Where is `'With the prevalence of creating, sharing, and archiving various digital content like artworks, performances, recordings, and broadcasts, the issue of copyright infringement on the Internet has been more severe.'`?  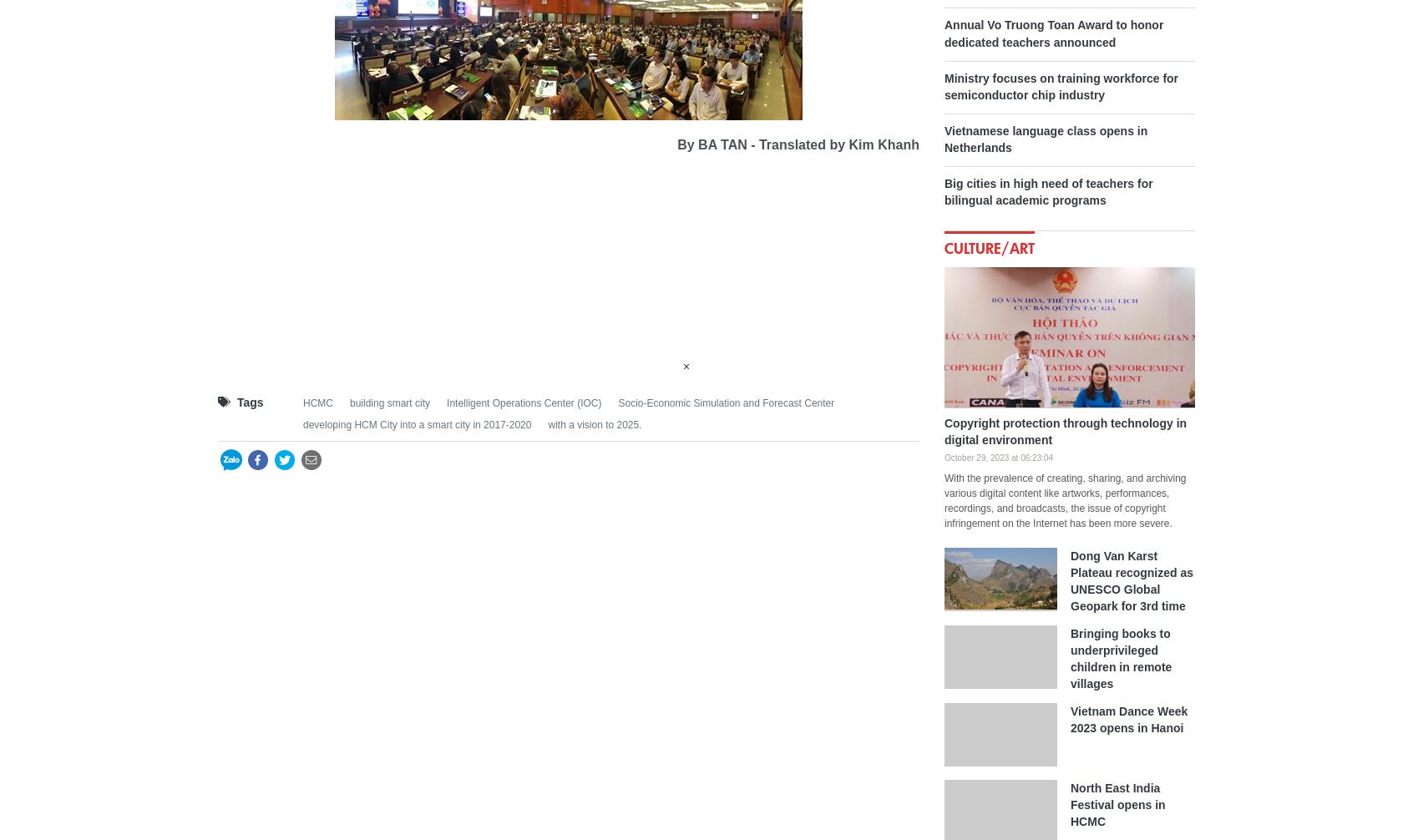 'With the prevalence of creating, sharing, and archiving various digital content like artworks, performances, recordings, and broadcasts, the issue of copyright infringement on the Internet has been more severe.' is located at coordinates (1064, 499).